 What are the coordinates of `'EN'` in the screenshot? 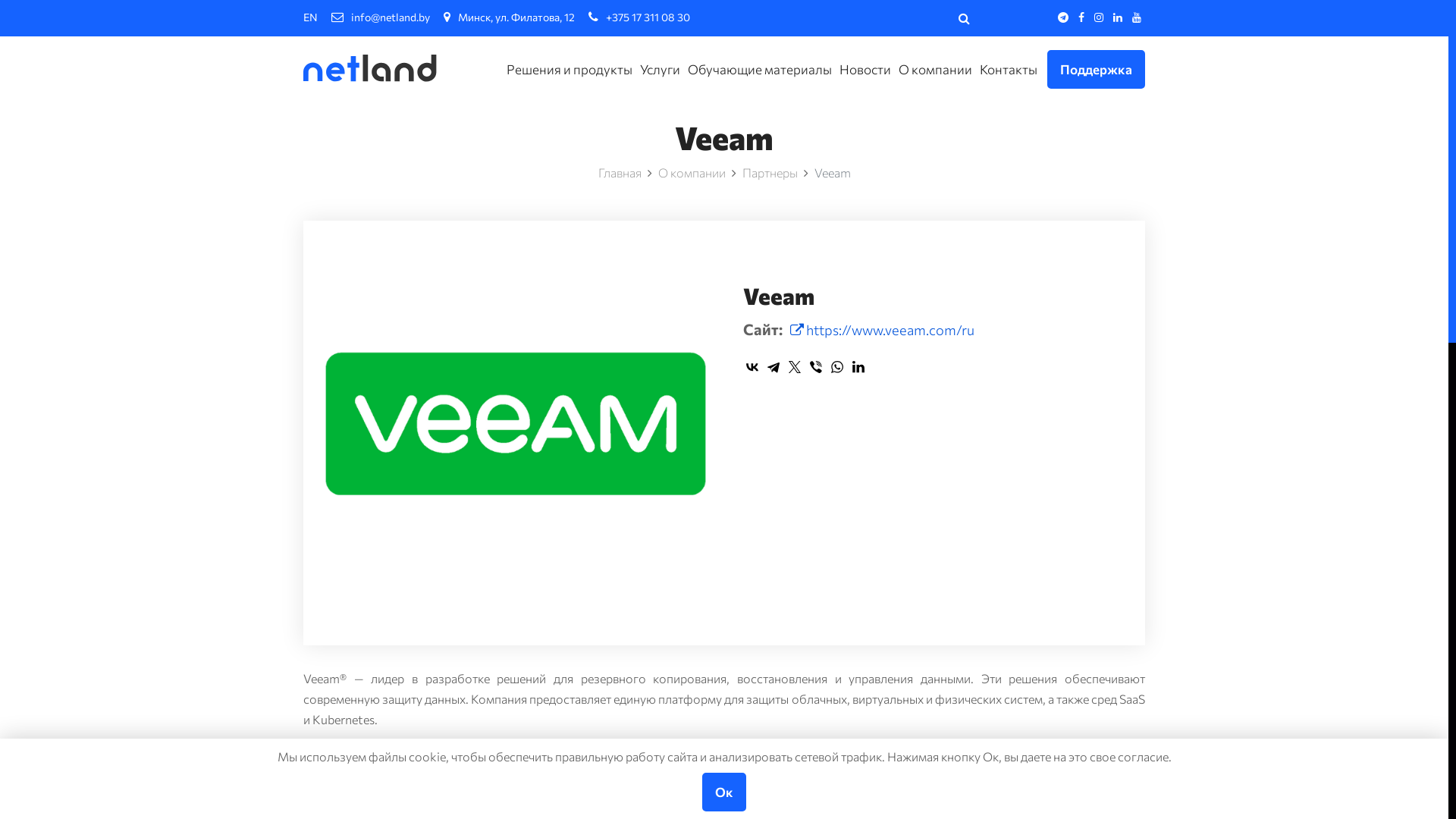 It's located at (303, 17).